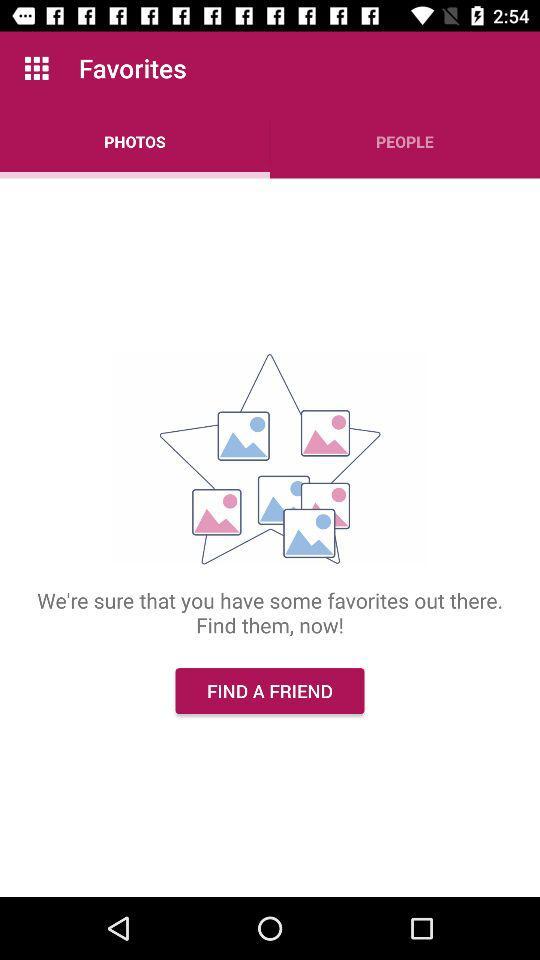 The width and height of the screenshot is (540, 960). I want to click on app to the left of favorites icon, so click(36, 68).